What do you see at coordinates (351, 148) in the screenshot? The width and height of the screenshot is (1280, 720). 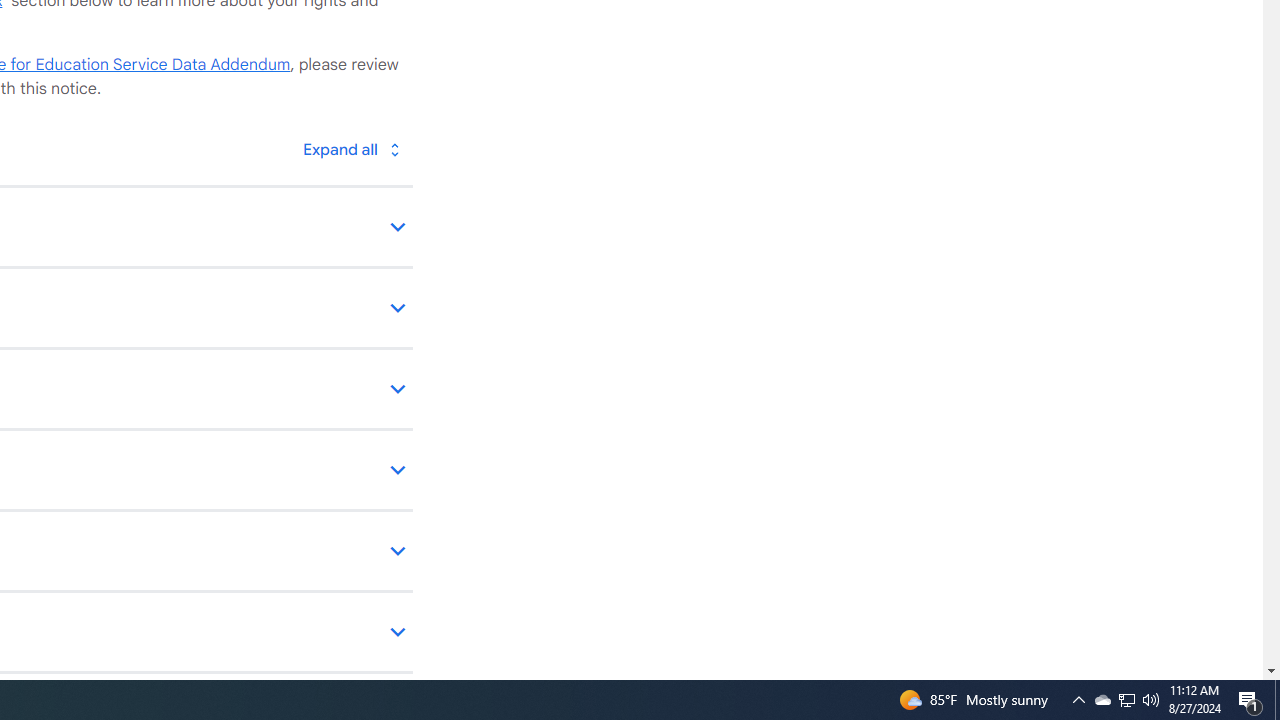 I see `'Toggle all'` at bounding box center [351, 148].